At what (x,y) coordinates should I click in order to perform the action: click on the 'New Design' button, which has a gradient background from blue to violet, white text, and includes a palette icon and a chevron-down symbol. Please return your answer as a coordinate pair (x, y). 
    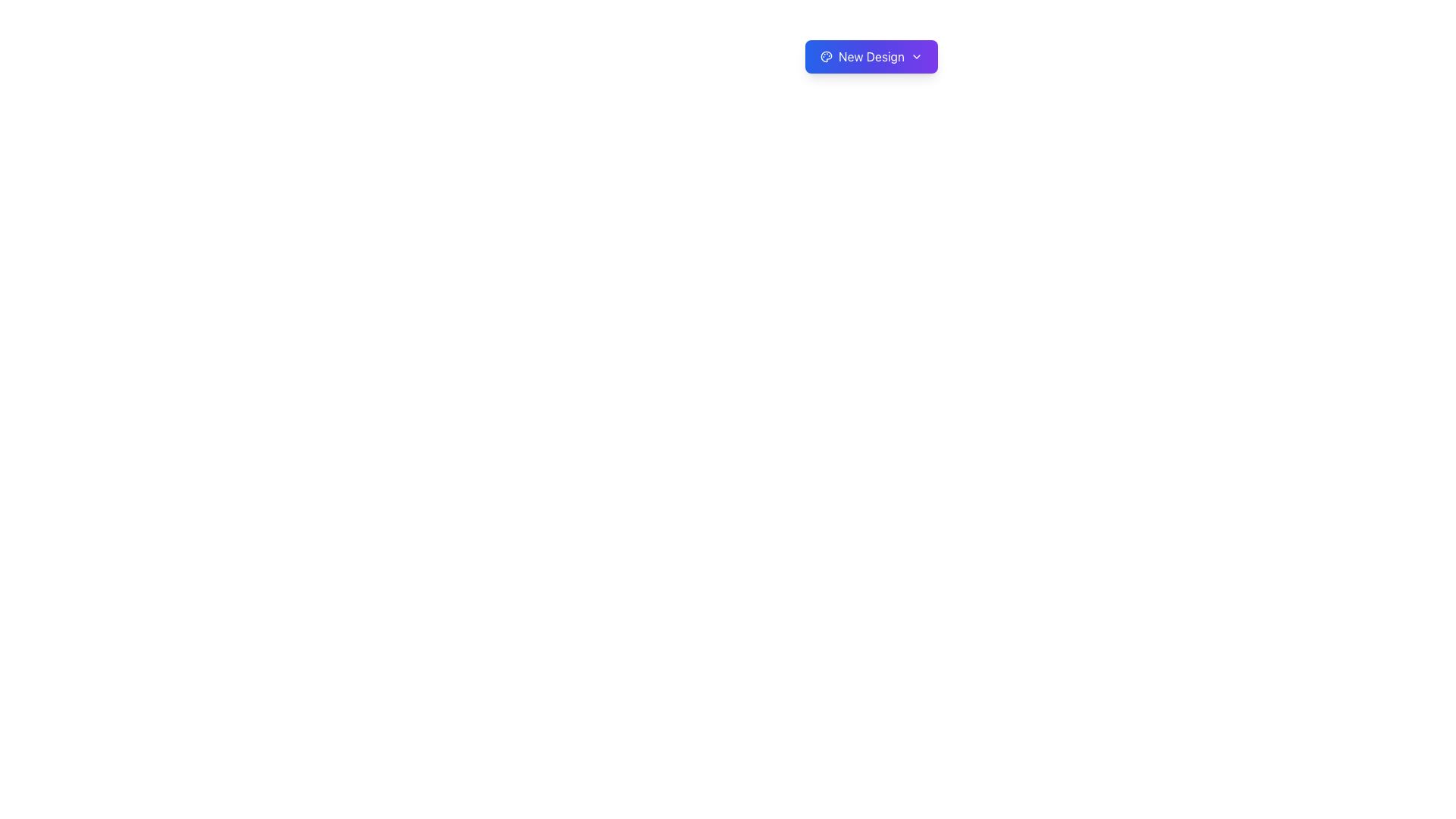
    Looking at the image, I should click on (871, 55).